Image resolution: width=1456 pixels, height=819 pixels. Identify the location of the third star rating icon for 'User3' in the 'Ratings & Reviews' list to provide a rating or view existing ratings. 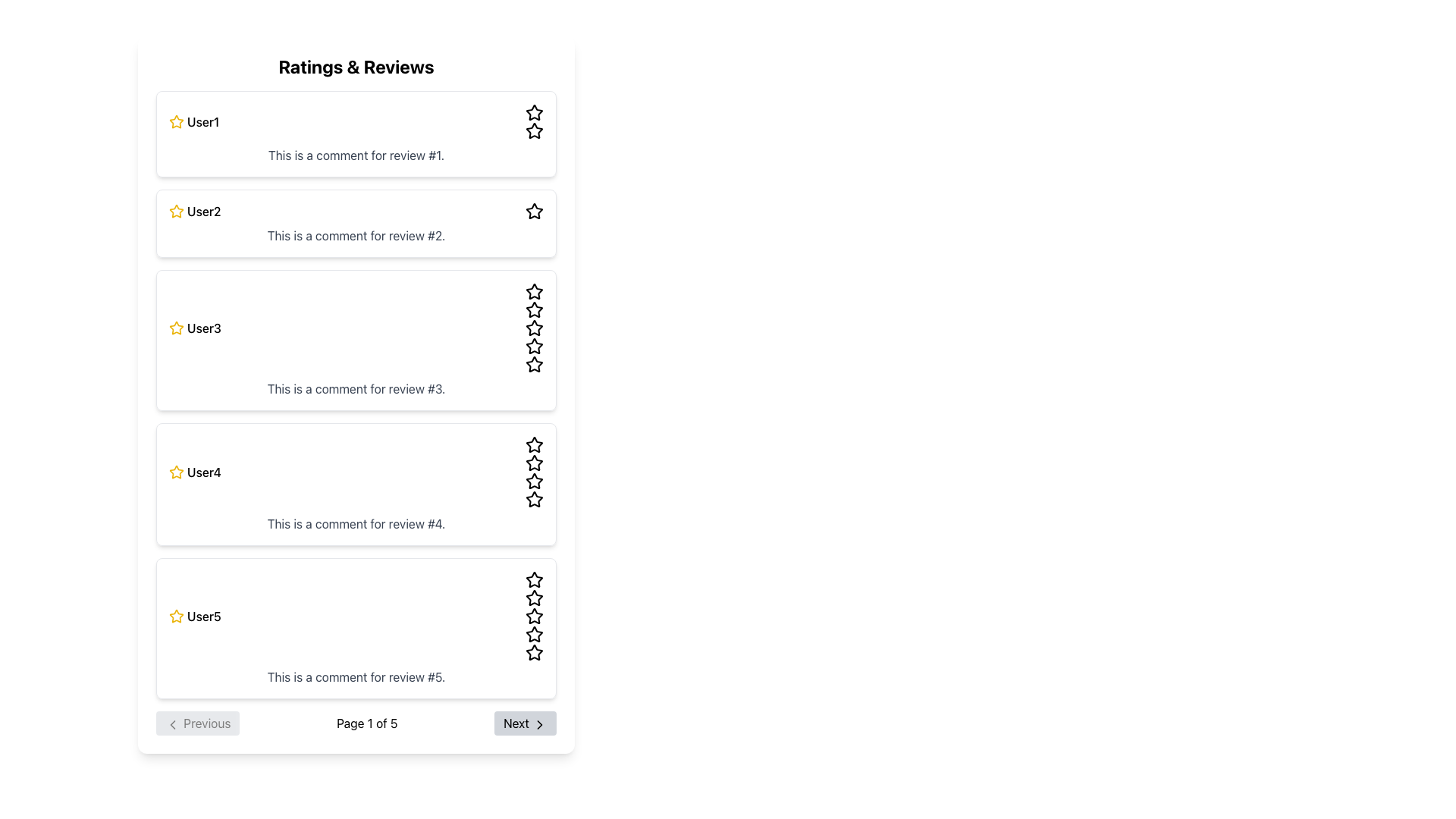
(535, 346).